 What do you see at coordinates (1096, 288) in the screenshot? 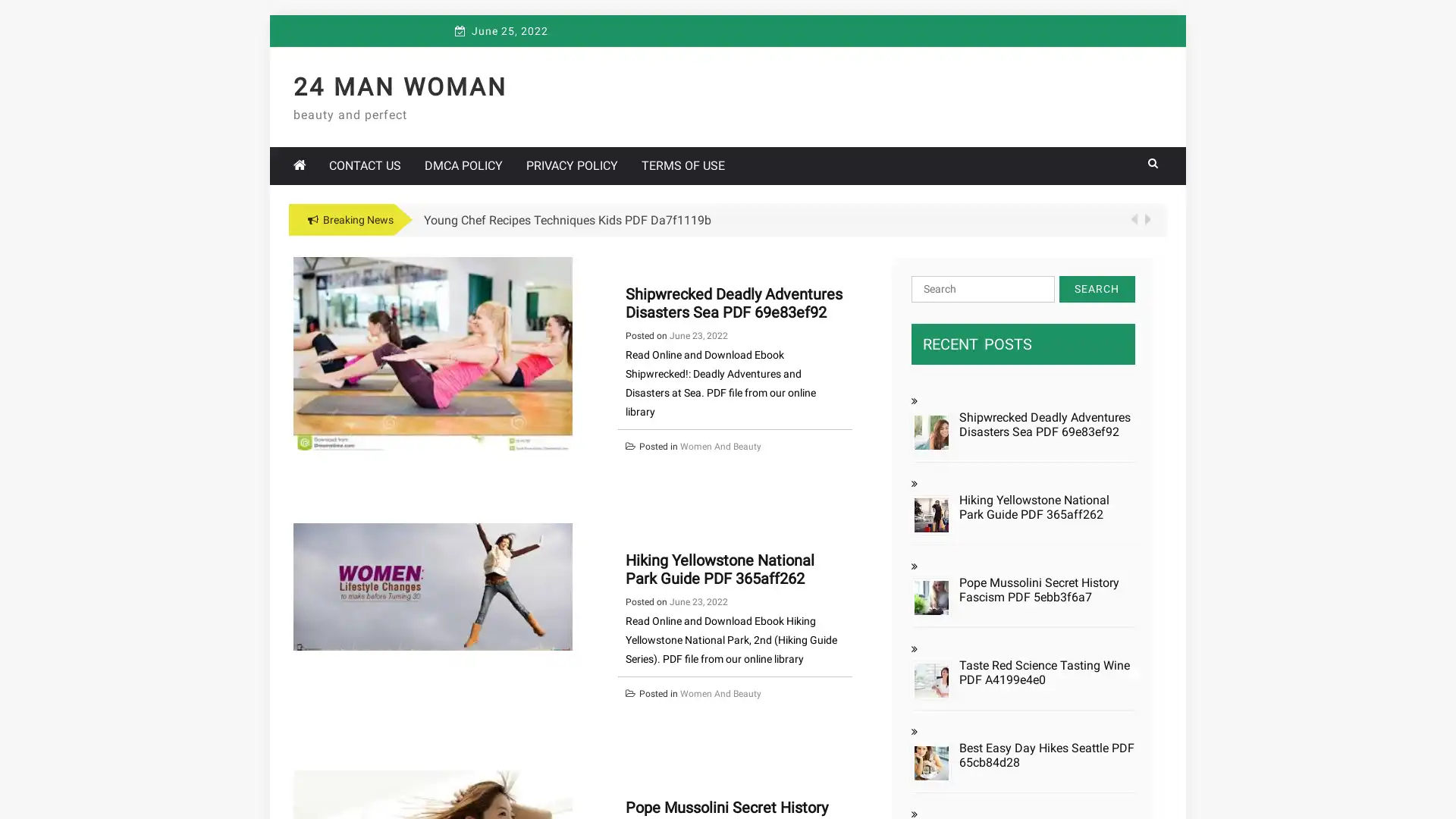
I see `Search` at bounding box center [1096, 288].